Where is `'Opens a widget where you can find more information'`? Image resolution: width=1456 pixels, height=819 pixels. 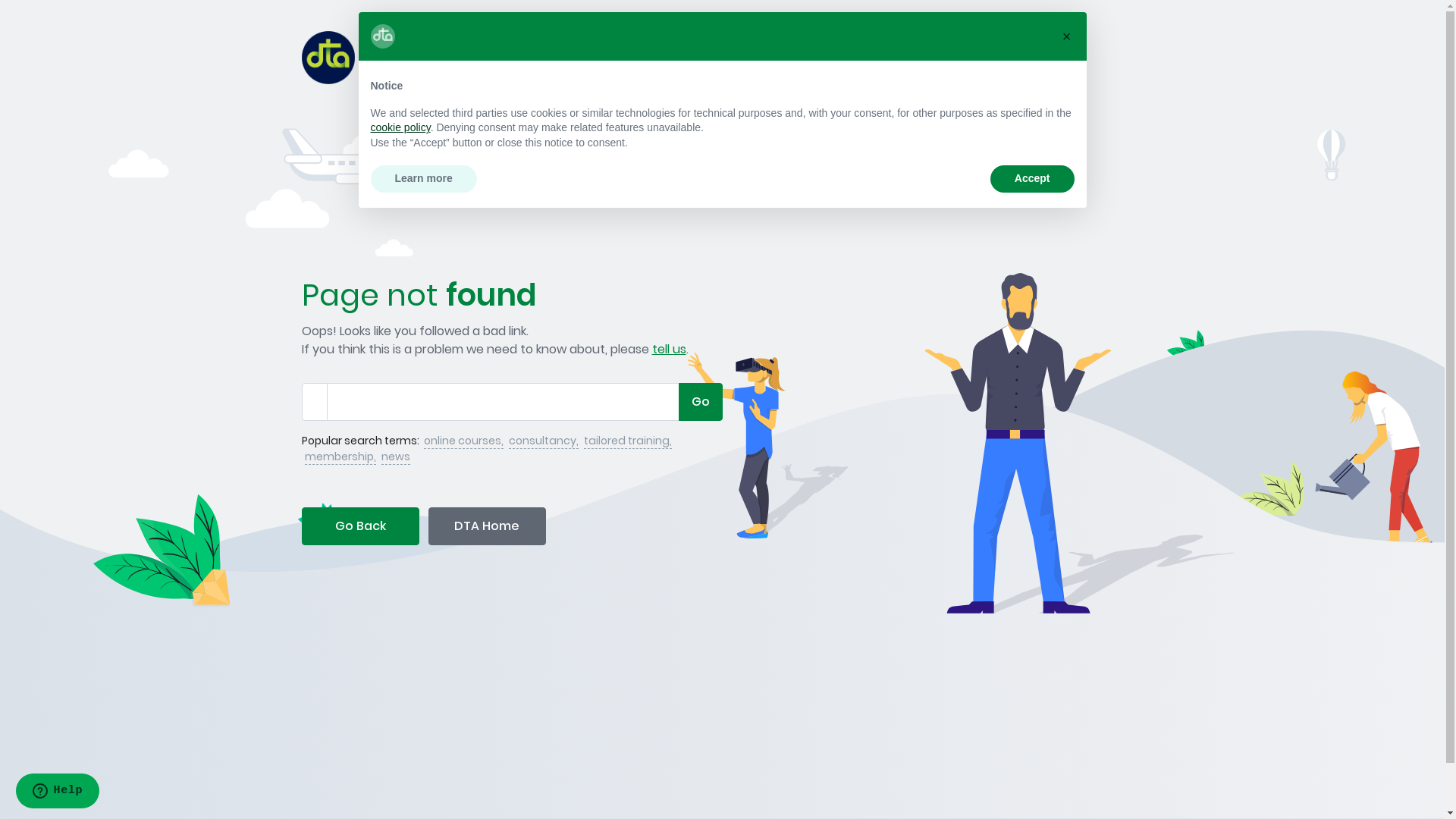 'Opens a widget where you can find more information' is located at coordinates (57, 792).